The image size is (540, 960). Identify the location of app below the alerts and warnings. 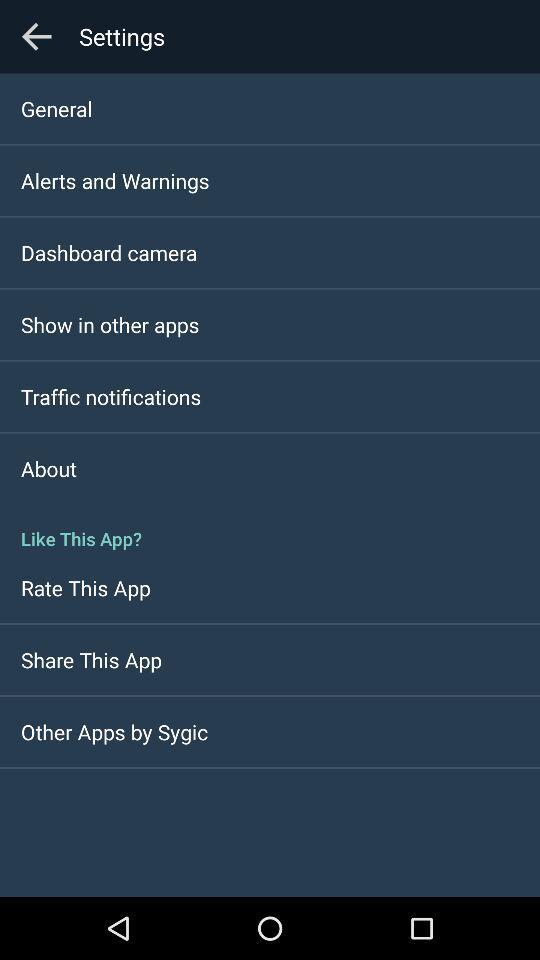
(109, 251).